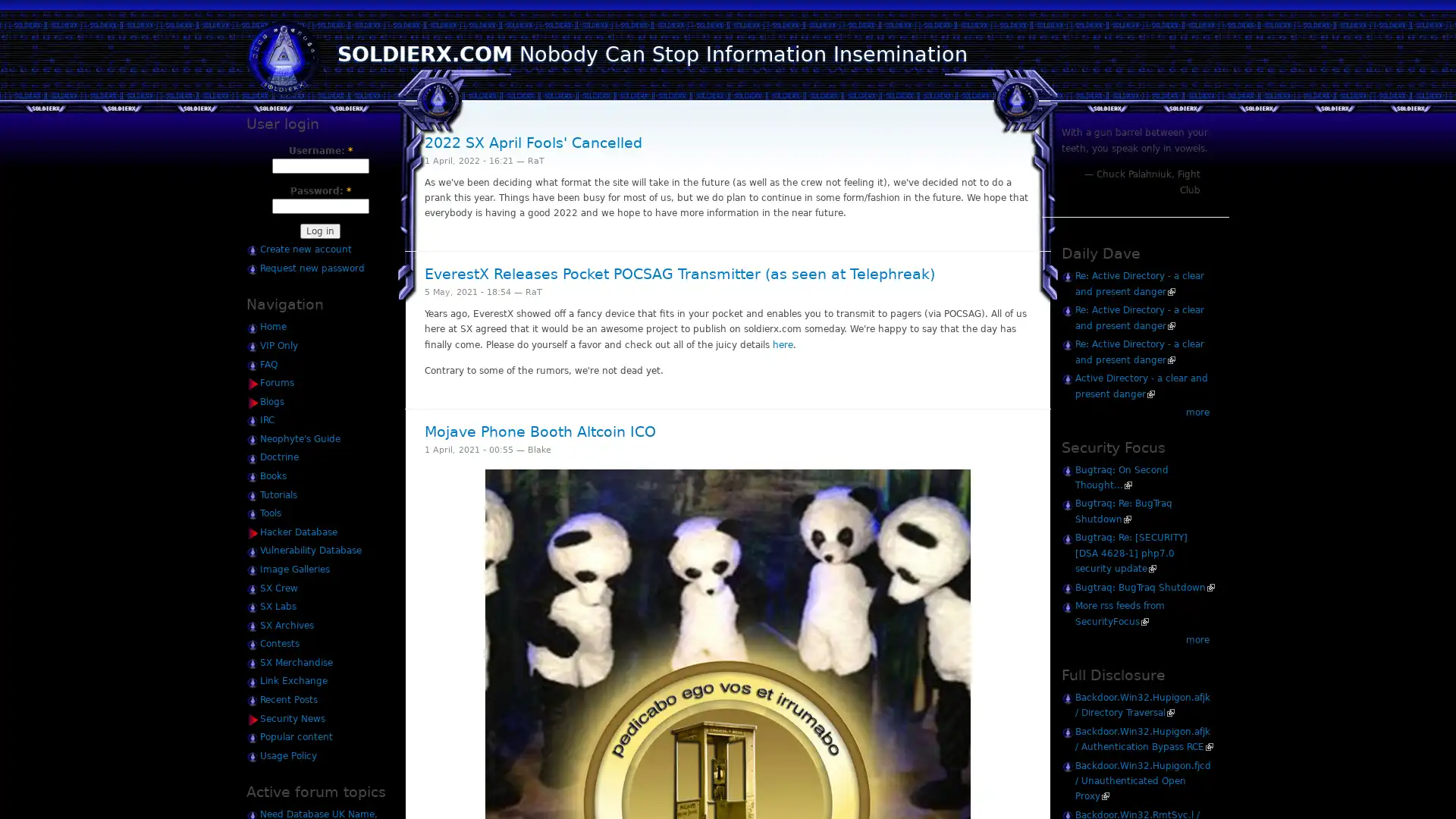 The height and width of the screenshot is (819, 1456). What do you see at coordinates (319, 231) in the screenshot?
I see `Log in` at bounding box center [319, 231].